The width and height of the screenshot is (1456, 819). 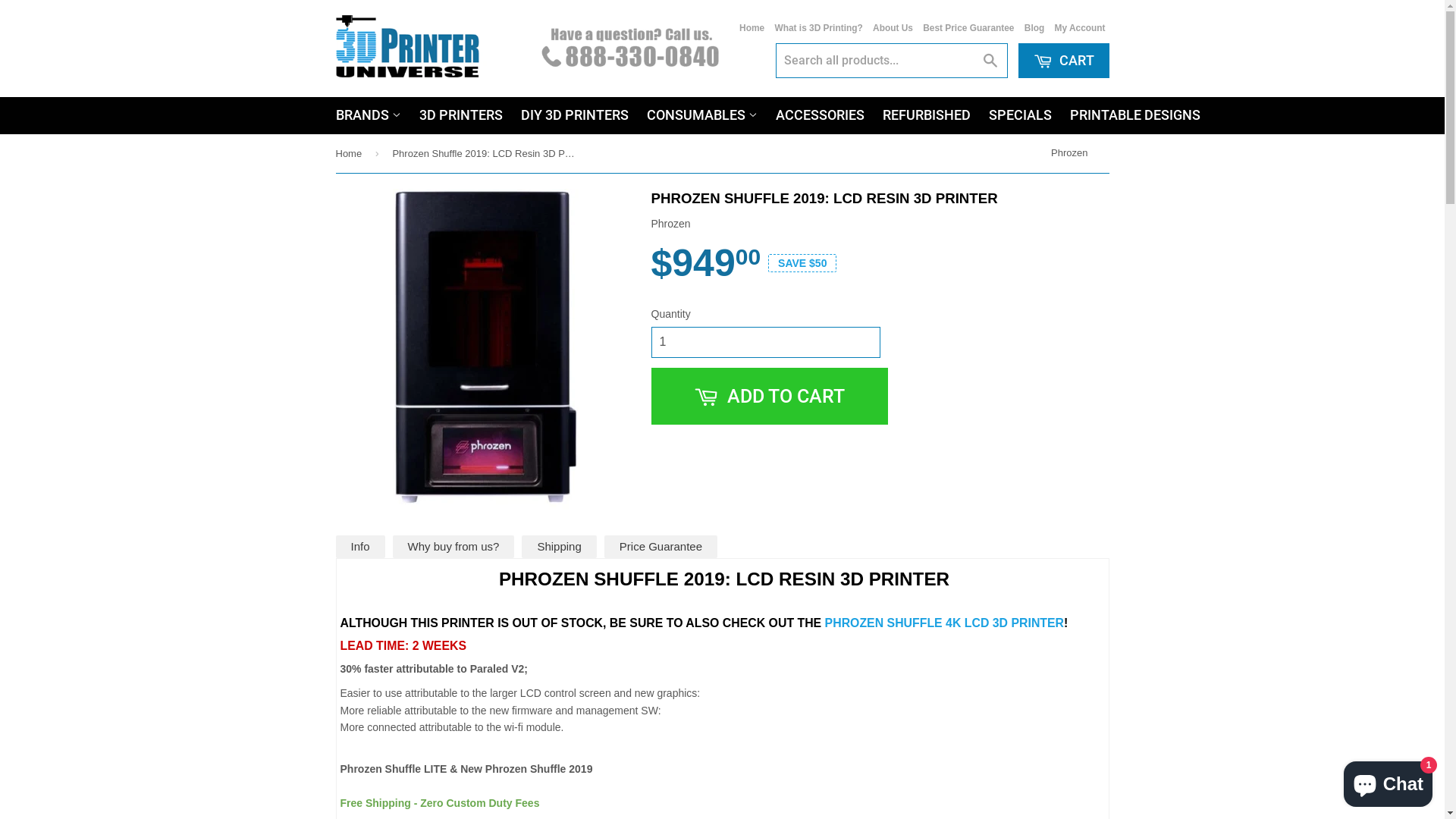 What do you see at coordinates (990, 61) in the screenshot?
I see `'Search'` at bounding box center [990, 61].